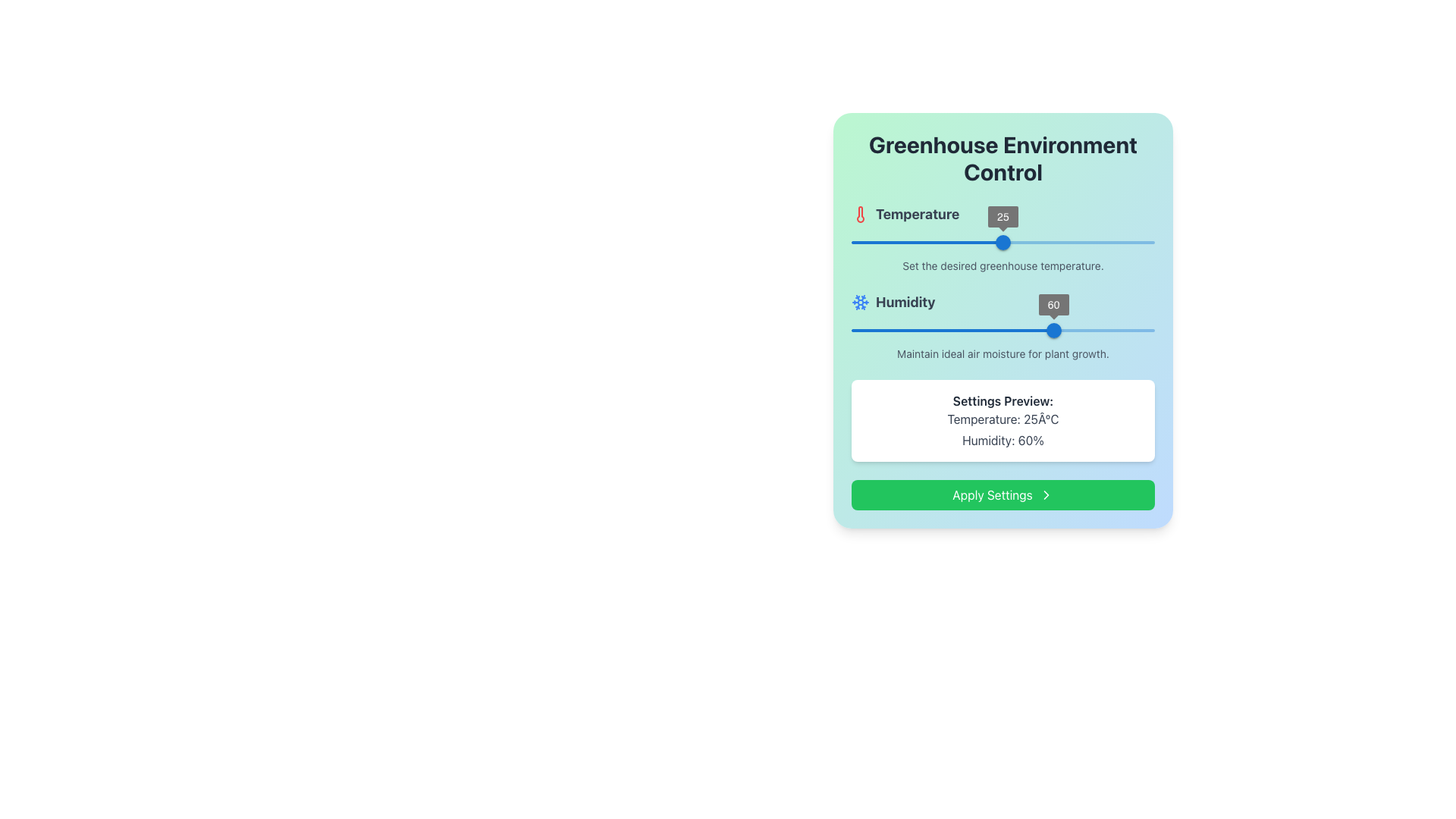 The image size is (1456, 819). What do you see at coordinates (1151, 329) in the screenshot?
I see `the humidity level` at bounding box center [1151, 329].